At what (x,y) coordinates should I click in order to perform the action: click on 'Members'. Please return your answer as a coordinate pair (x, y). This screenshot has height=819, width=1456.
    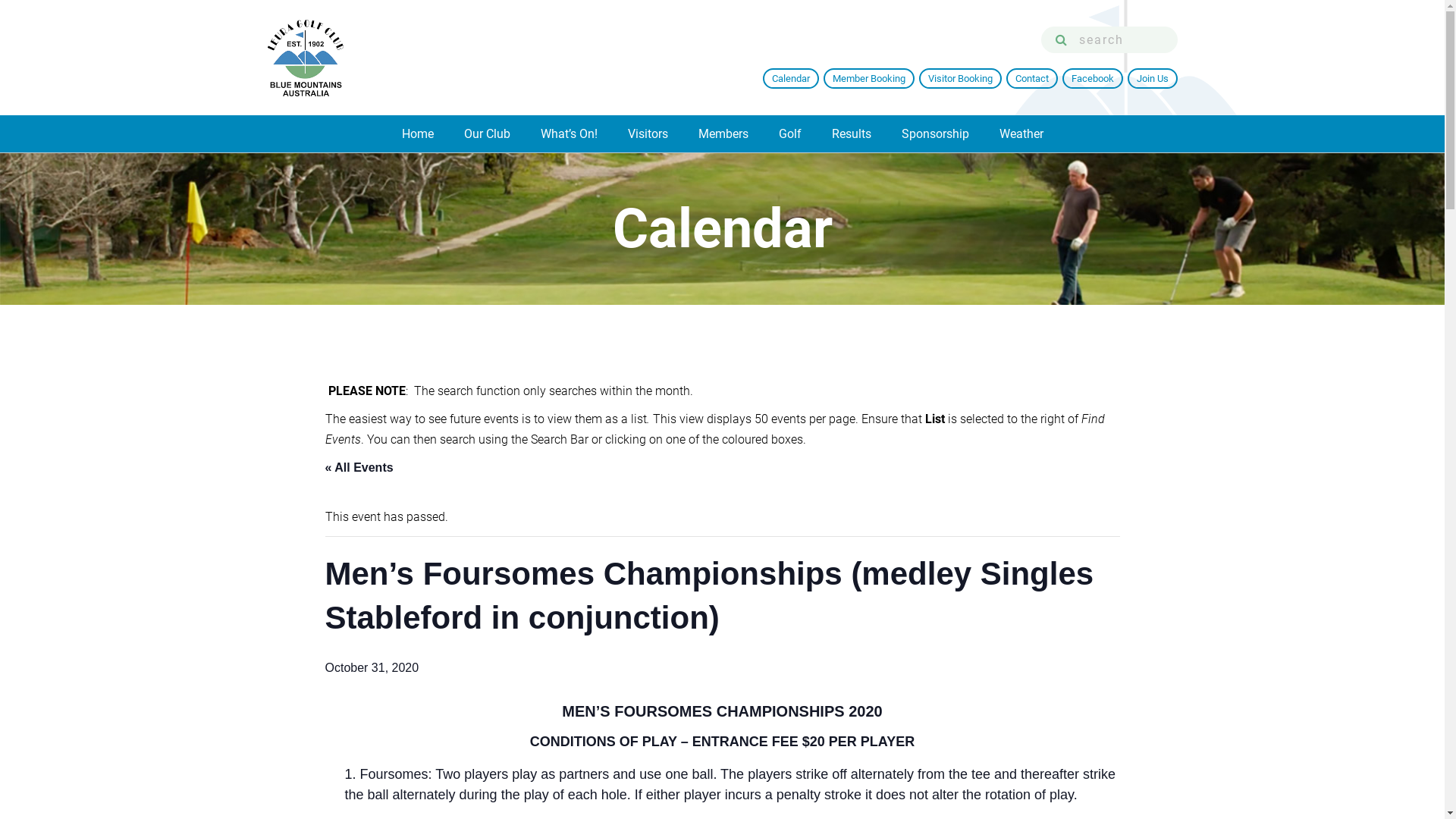
    Looking at the image, I should click on (722, 133).